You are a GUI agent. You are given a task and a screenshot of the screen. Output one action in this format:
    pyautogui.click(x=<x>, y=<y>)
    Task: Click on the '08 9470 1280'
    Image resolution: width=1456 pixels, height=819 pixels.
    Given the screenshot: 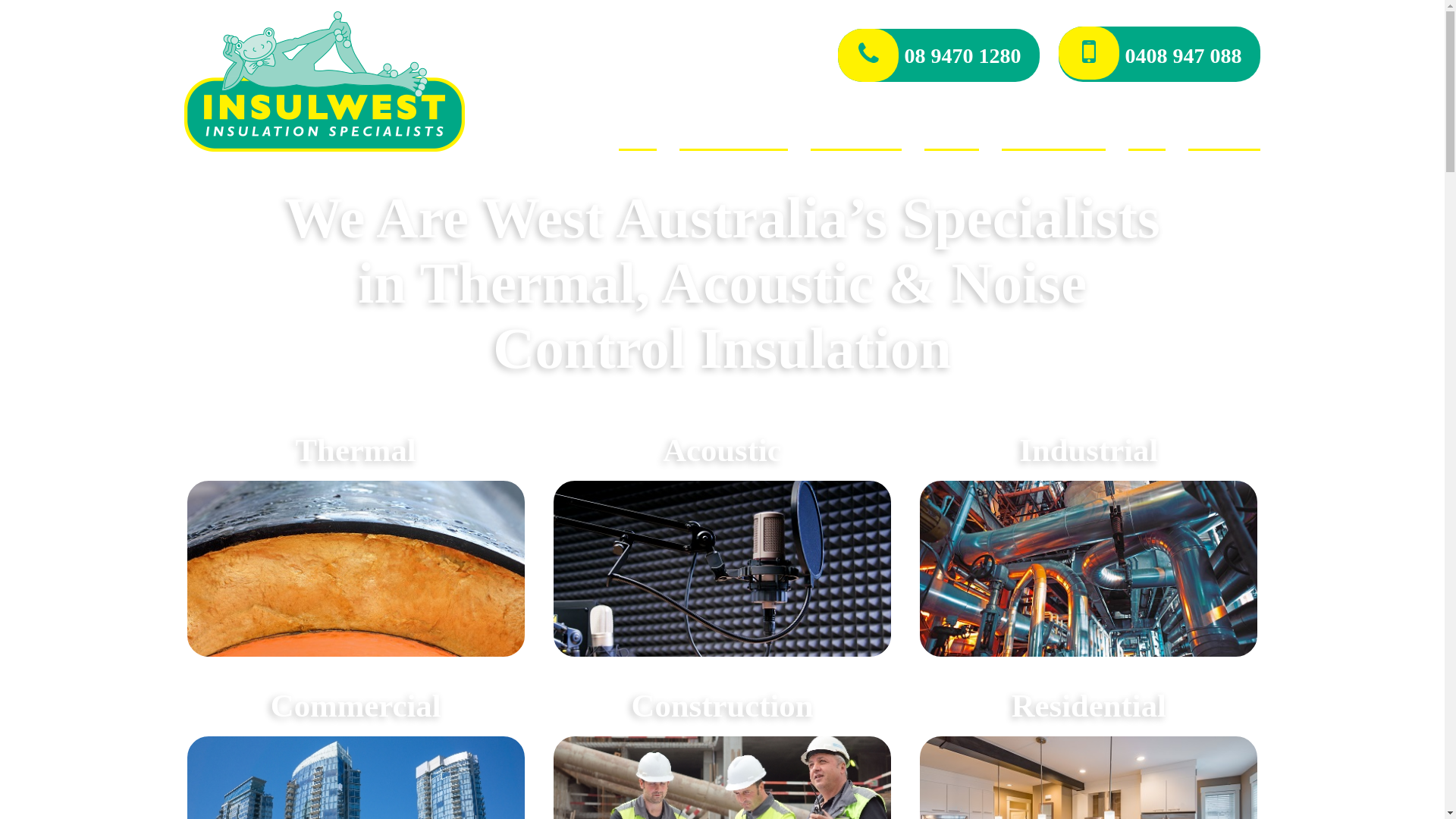 What is the action you would take?
    pyautogui.click(x=938, y=55)
    